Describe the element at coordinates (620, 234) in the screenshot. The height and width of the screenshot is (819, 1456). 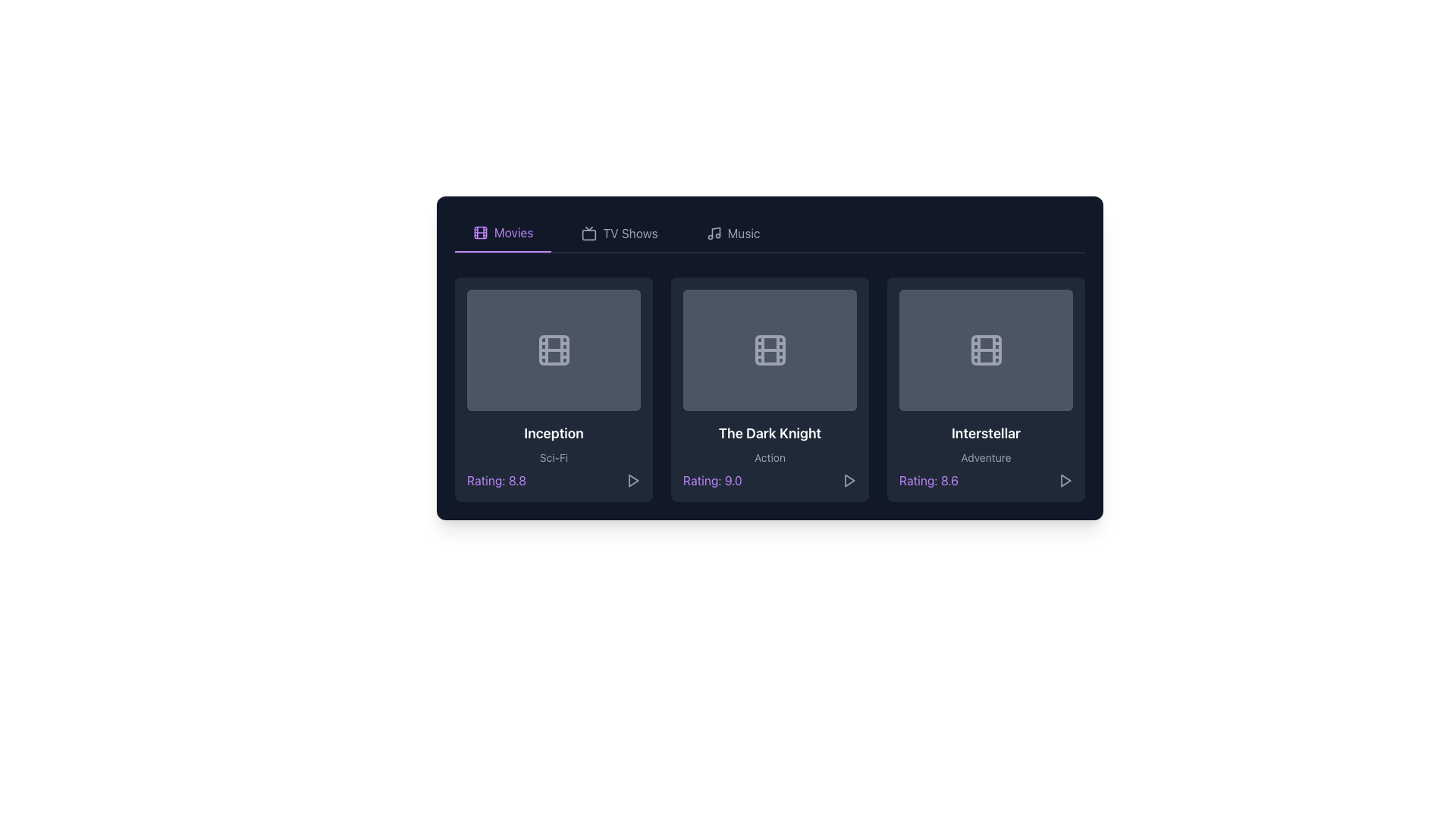
I see `the 'TV Shows' navigation tab, which is the second item in the horizontal navigation bar, to switch the view to 'TV Shows'` at that location.